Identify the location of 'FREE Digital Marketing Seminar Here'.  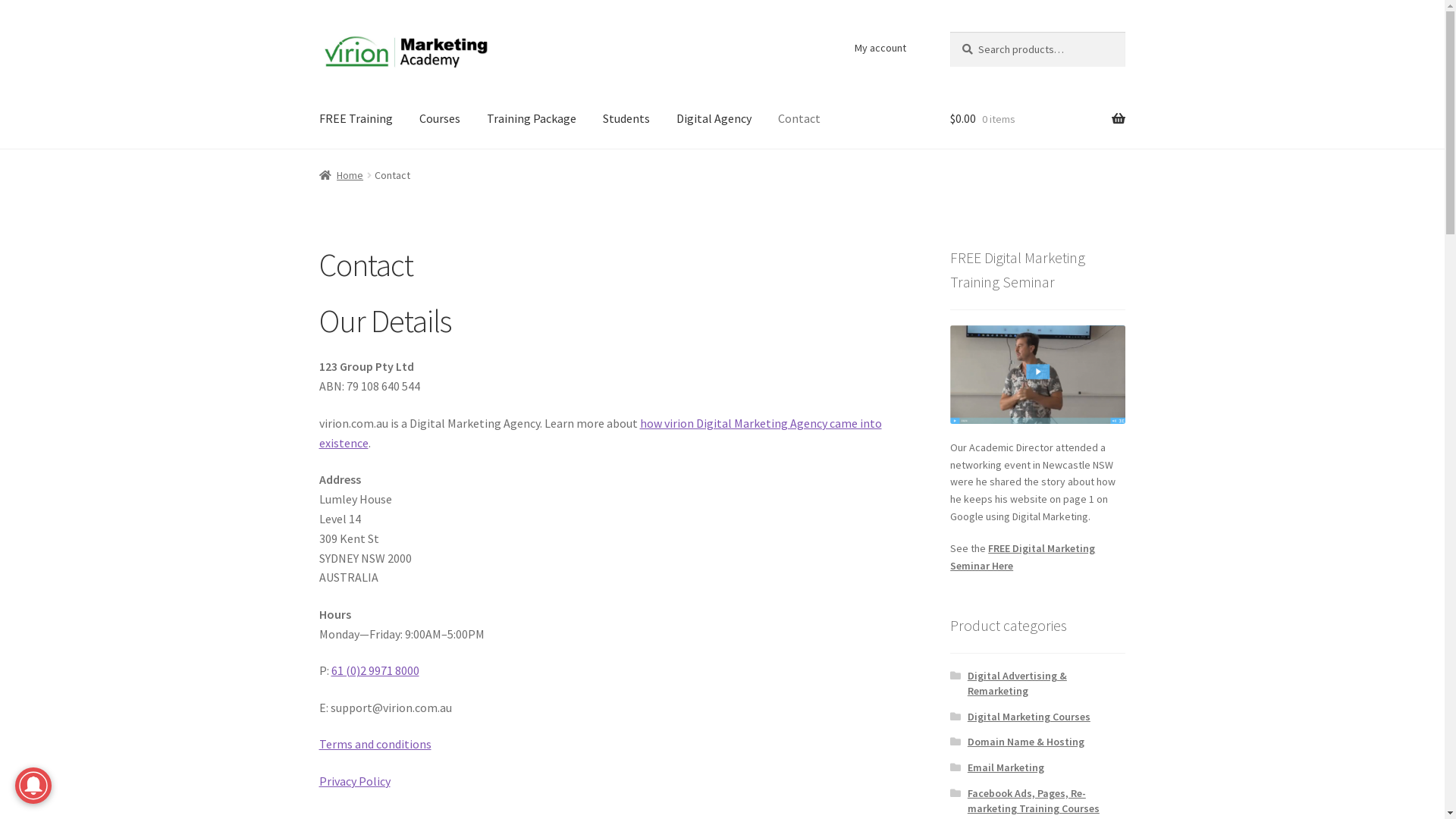
(1022, 557).